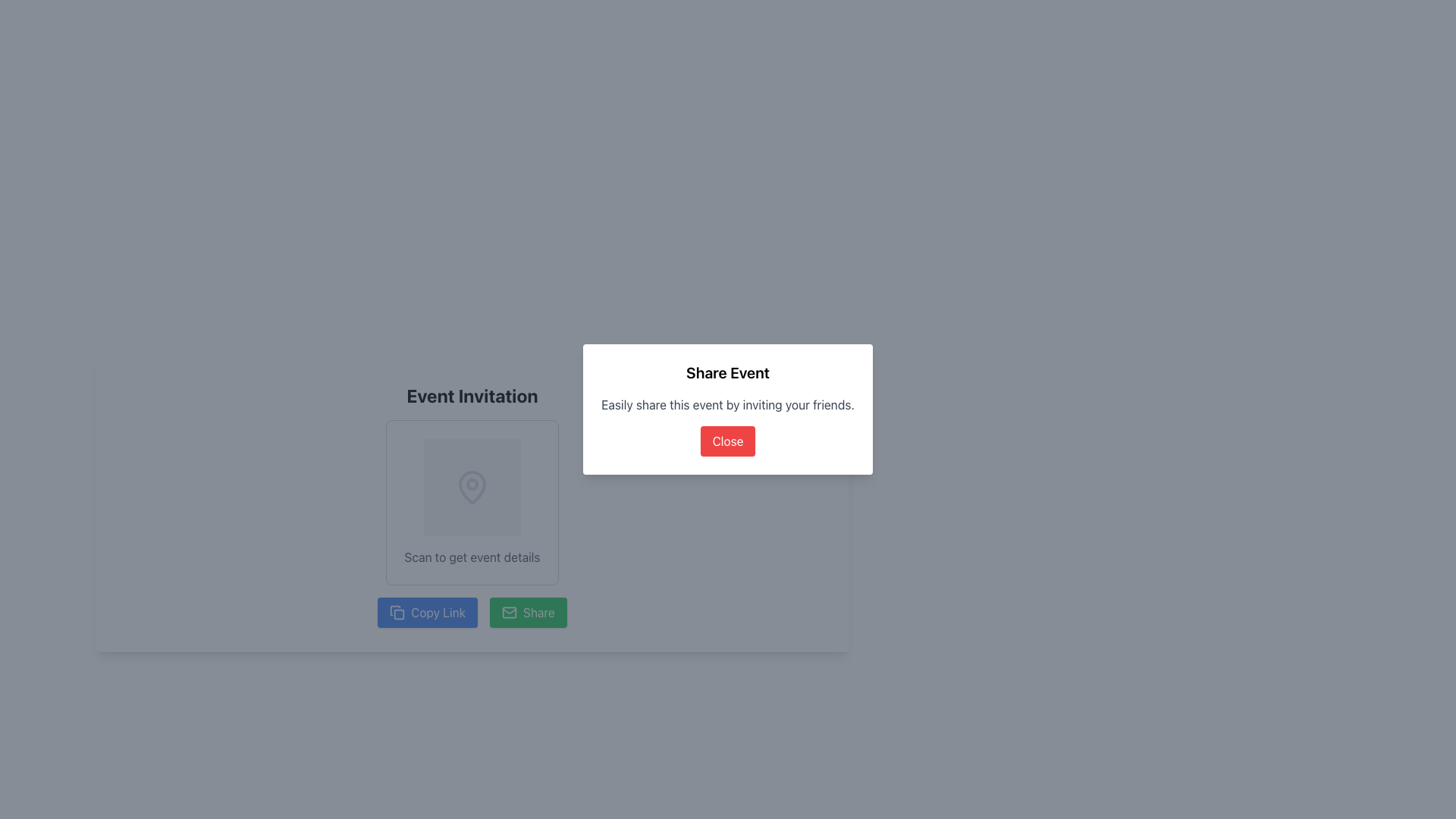 This screenshot has width=1456, height=819. I want to click on the text block displaying the message 'Easily share this event by inviting your friends.' which is located below the title 'Share Event' and above the 'Close' button, so click(728, 403).